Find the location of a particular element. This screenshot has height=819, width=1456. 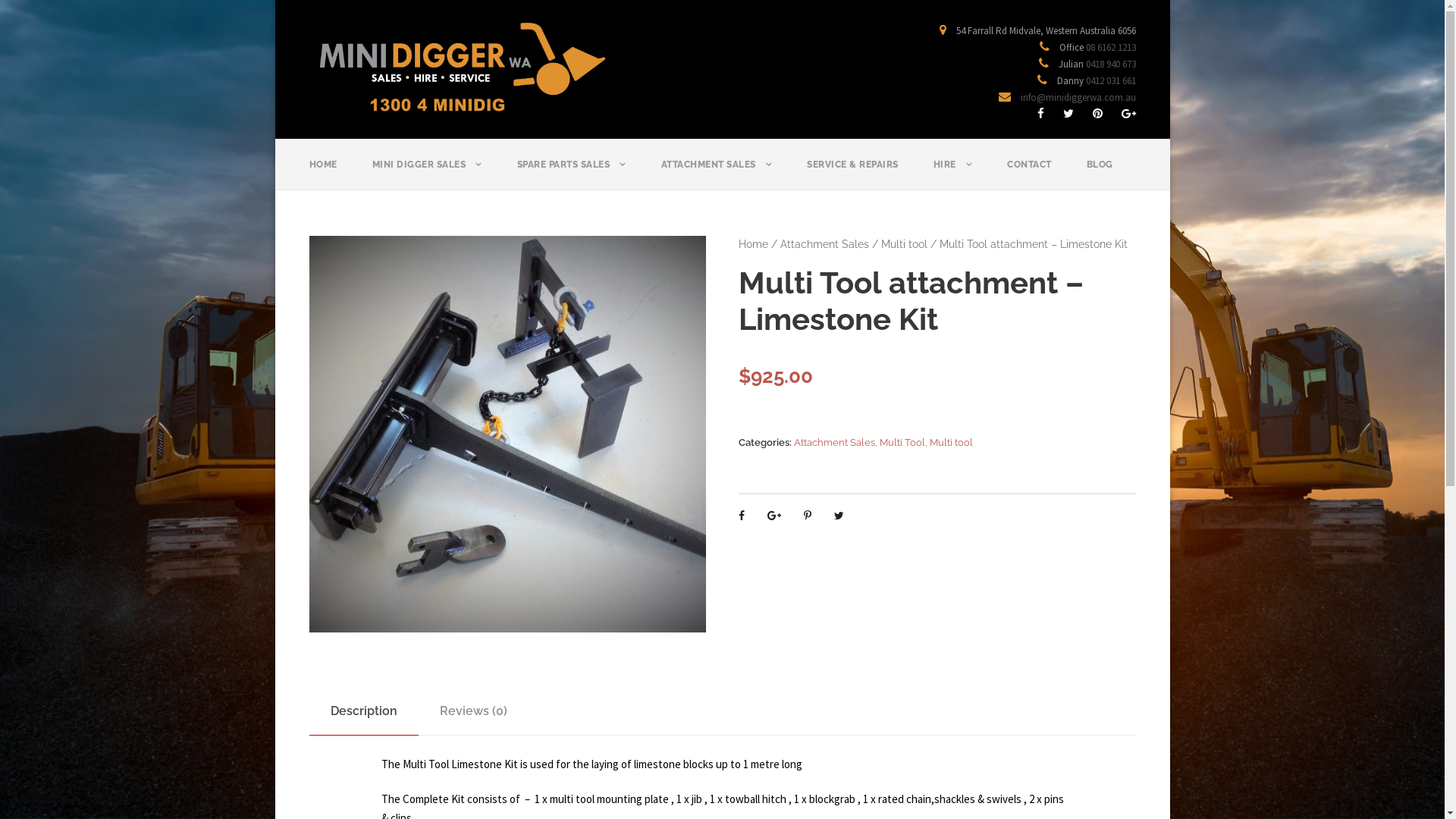

'0418 940 673' is located at coordinates (1110, 63).